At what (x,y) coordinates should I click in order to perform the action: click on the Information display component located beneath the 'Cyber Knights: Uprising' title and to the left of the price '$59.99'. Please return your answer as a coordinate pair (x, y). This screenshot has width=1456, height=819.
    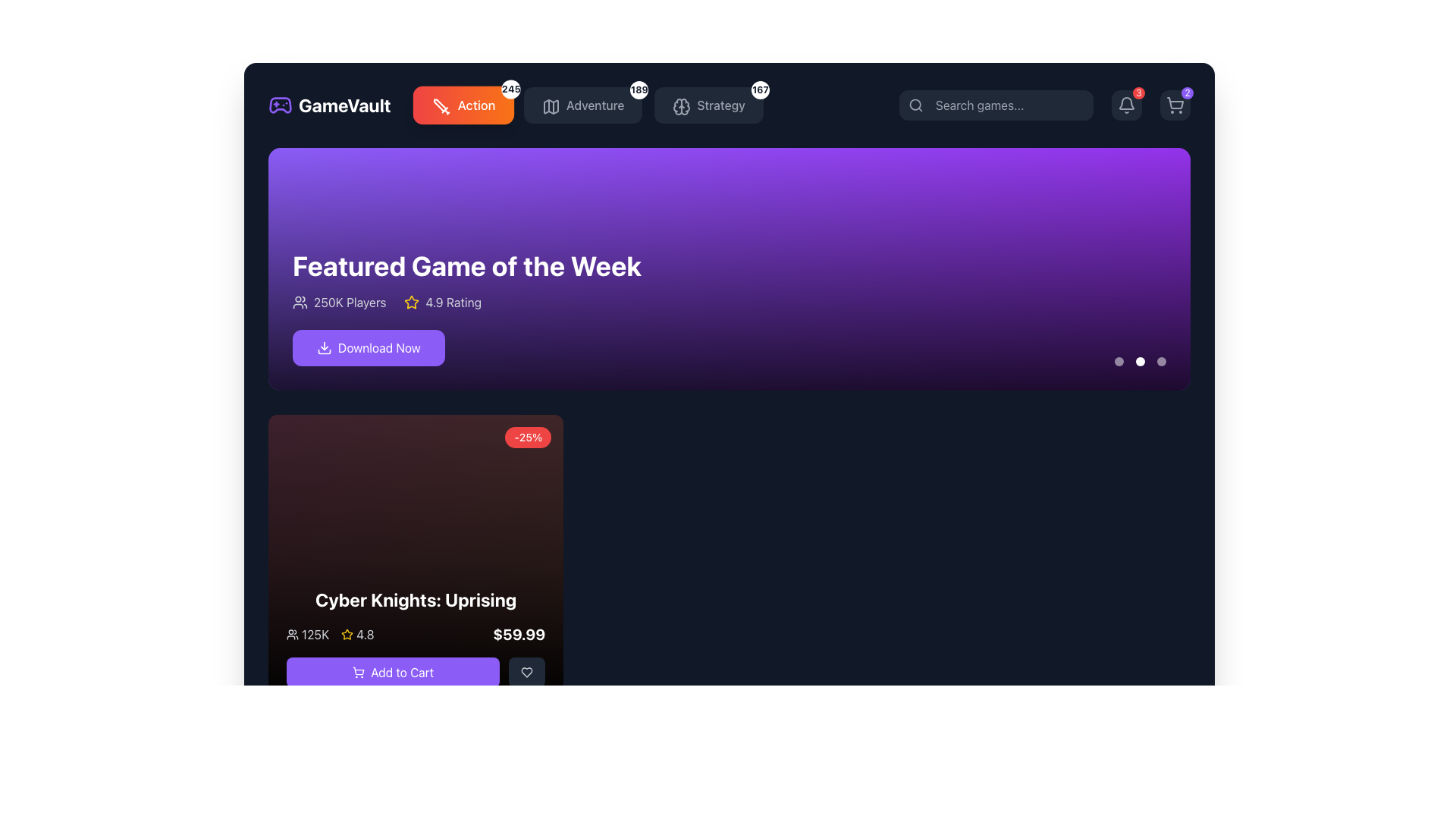
    Looking at the image, I should click on (329, 635).